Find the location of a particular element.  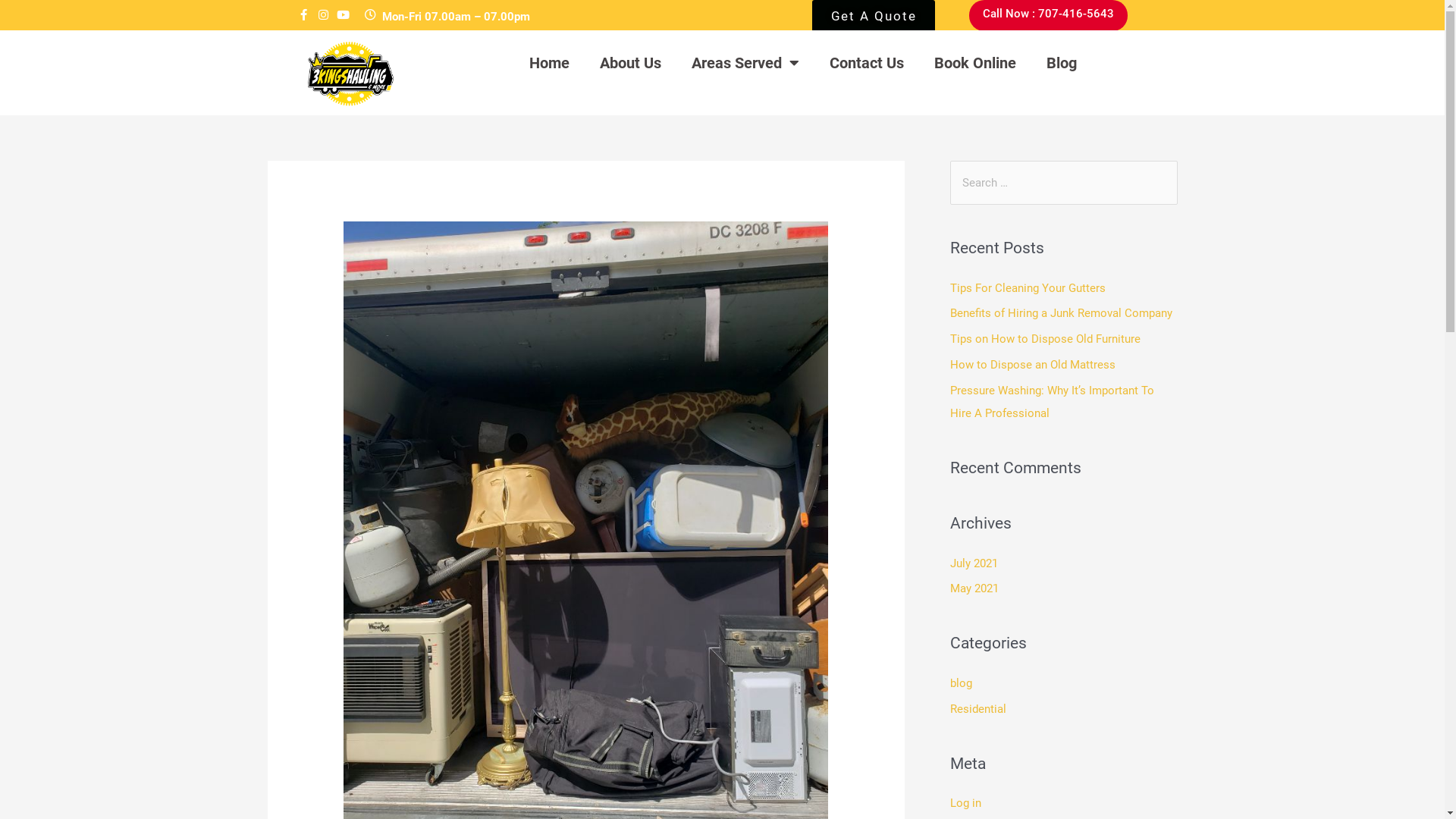

'Residential' is located at coordinates (977, 708).